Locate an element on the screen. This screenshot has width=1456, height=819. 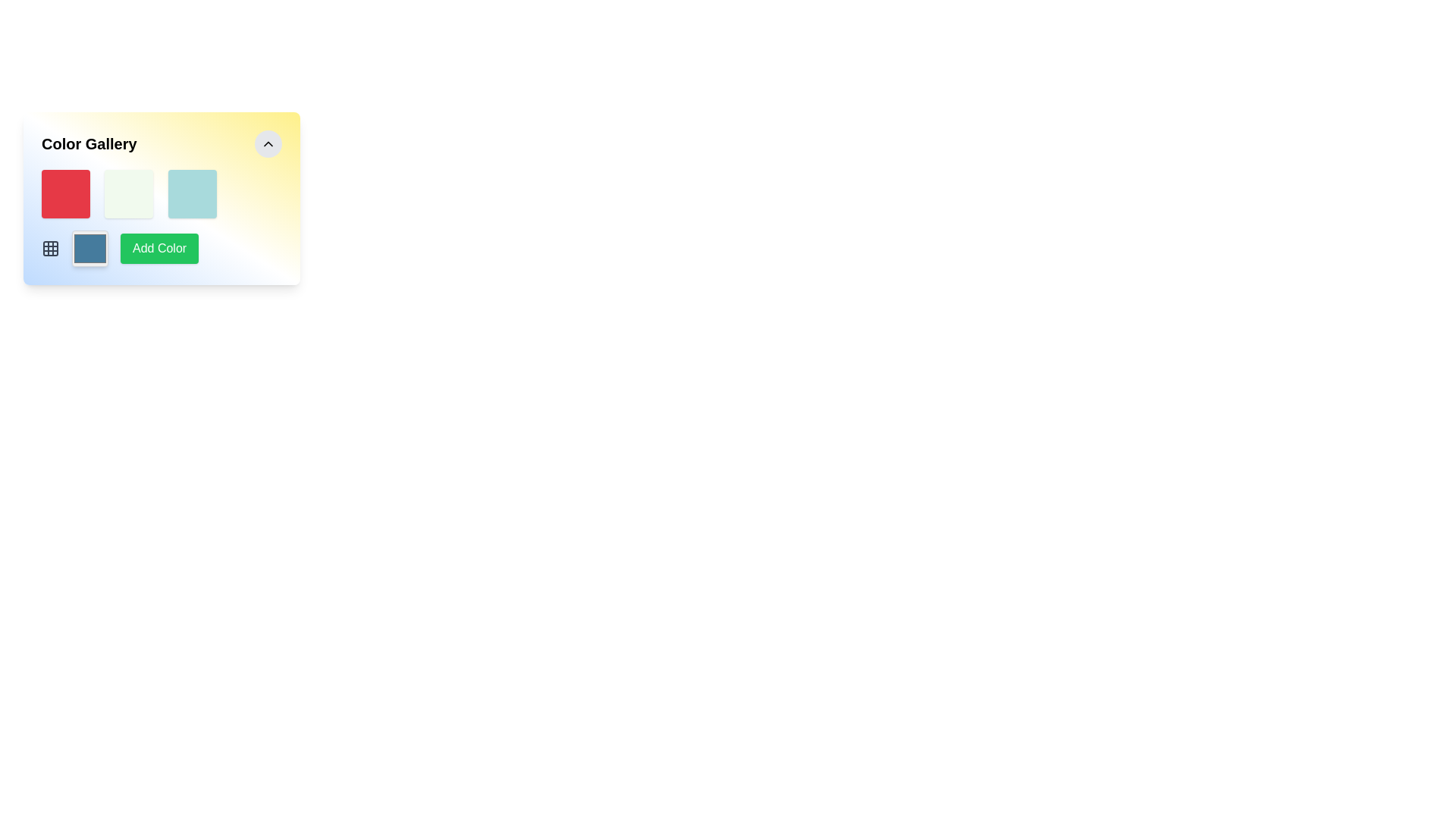
the square UI component with rounded corners and light cyan background located in the grid layout, which is the third item in the row is located at coordinates (191, 193).